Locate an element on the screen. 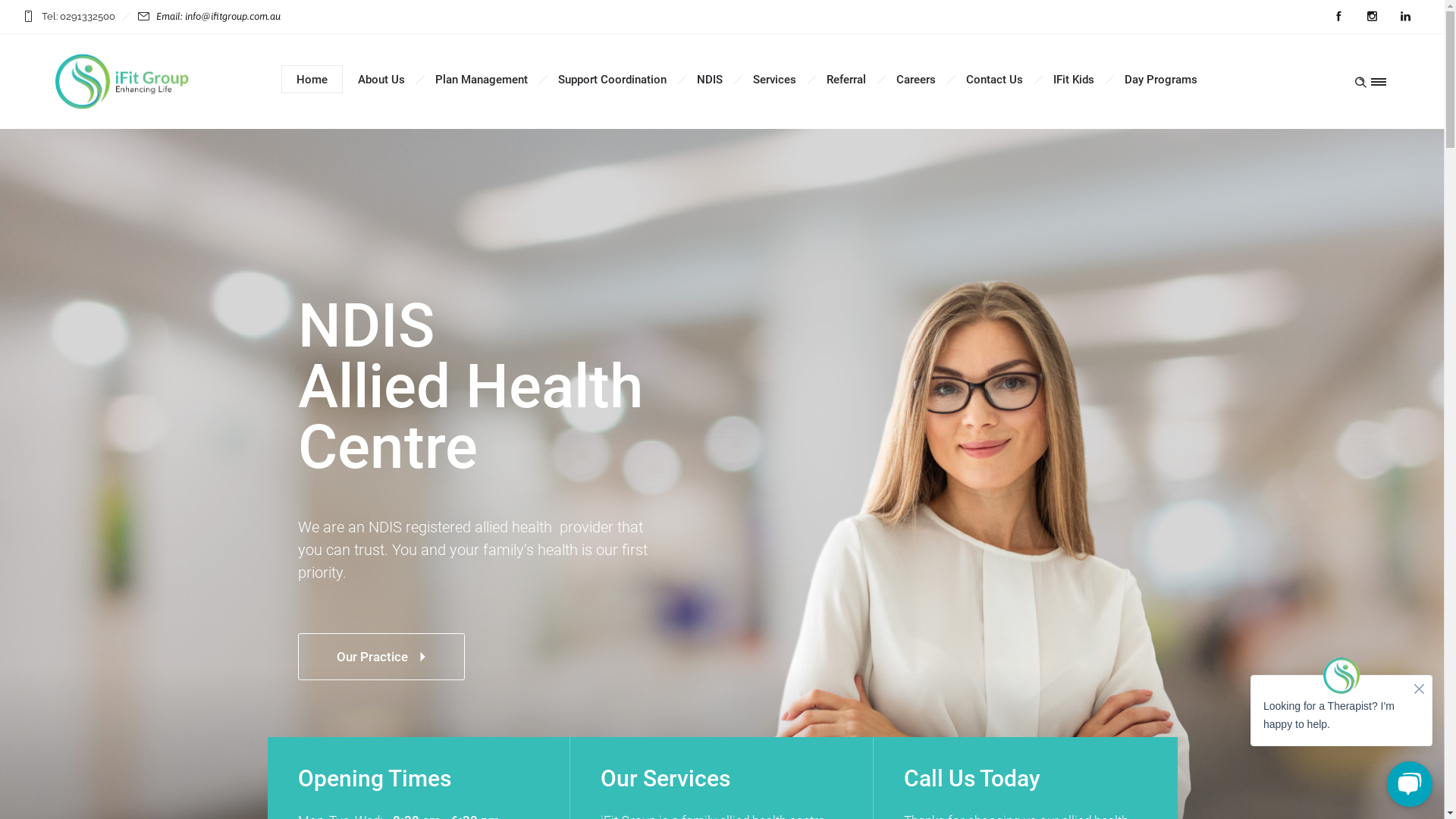 This screenshot has height=819, width=1456. 'Plan Management' is located at coordinates (480, 79).